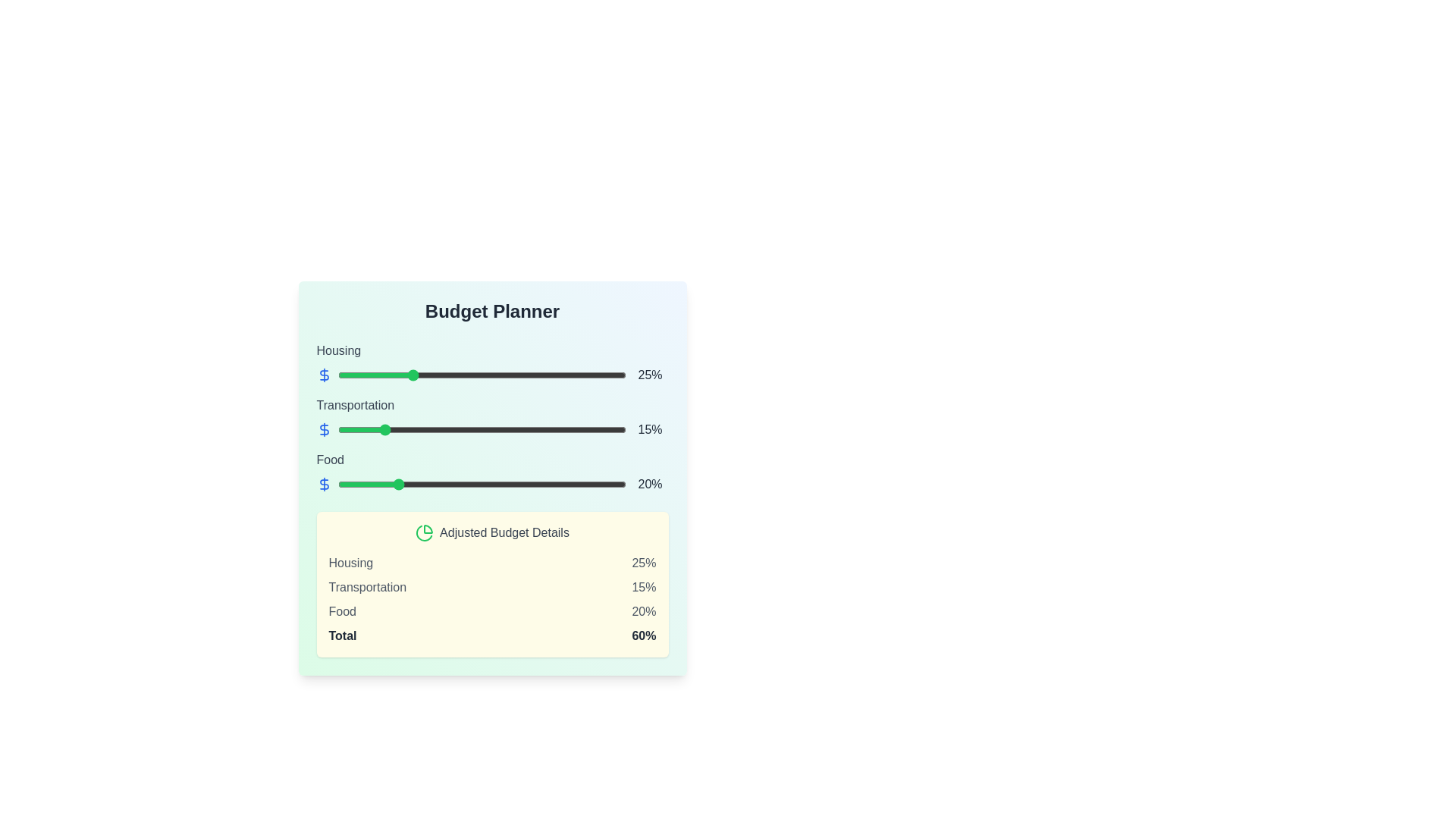  What do you see at coordinates (493, 485) in the screenshot?
I see `the food budget slider` at bounding box center [493, 485].